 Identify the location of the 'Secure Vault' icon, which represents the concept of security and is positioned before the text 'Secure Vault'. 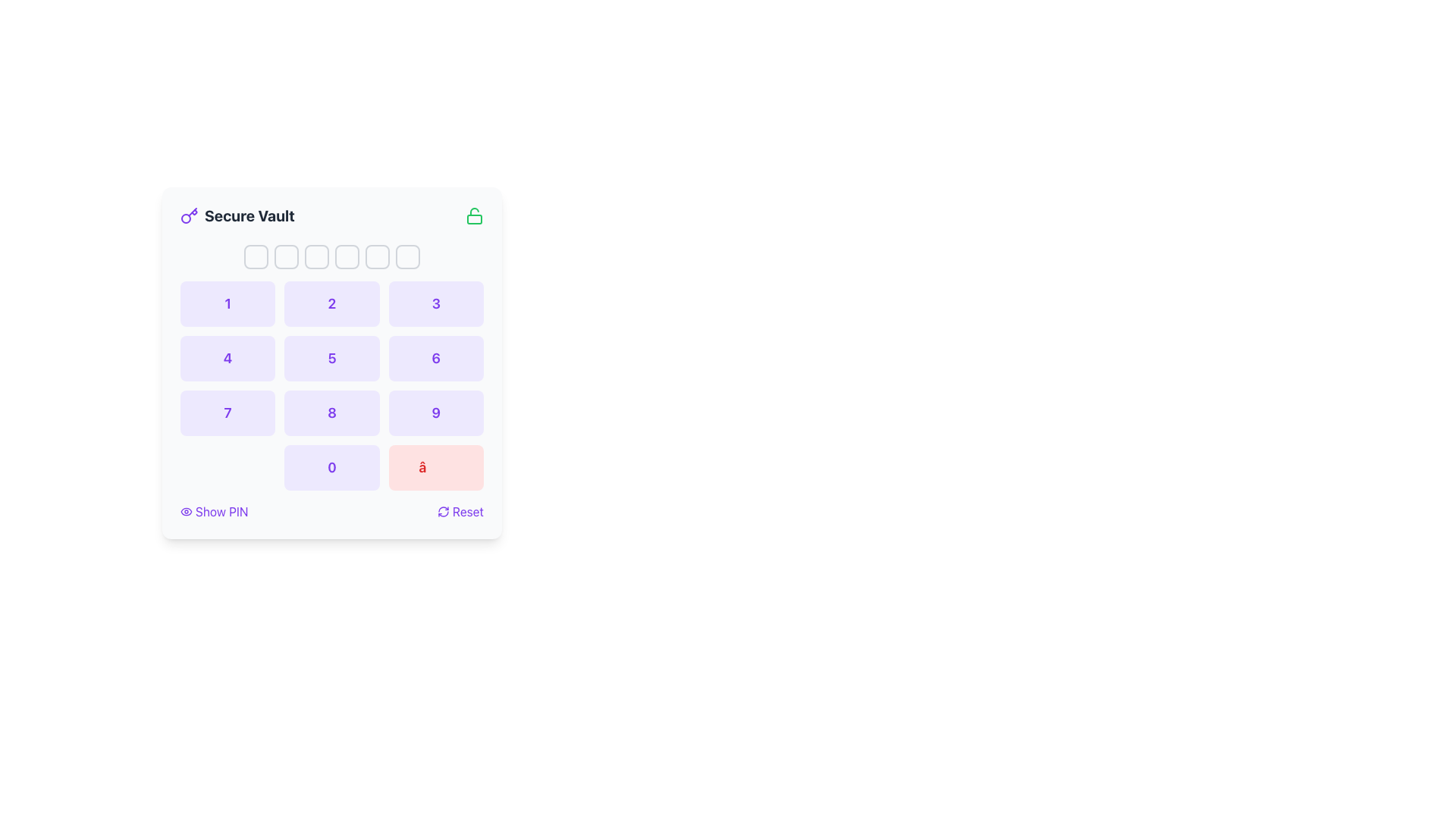
(188, 216).